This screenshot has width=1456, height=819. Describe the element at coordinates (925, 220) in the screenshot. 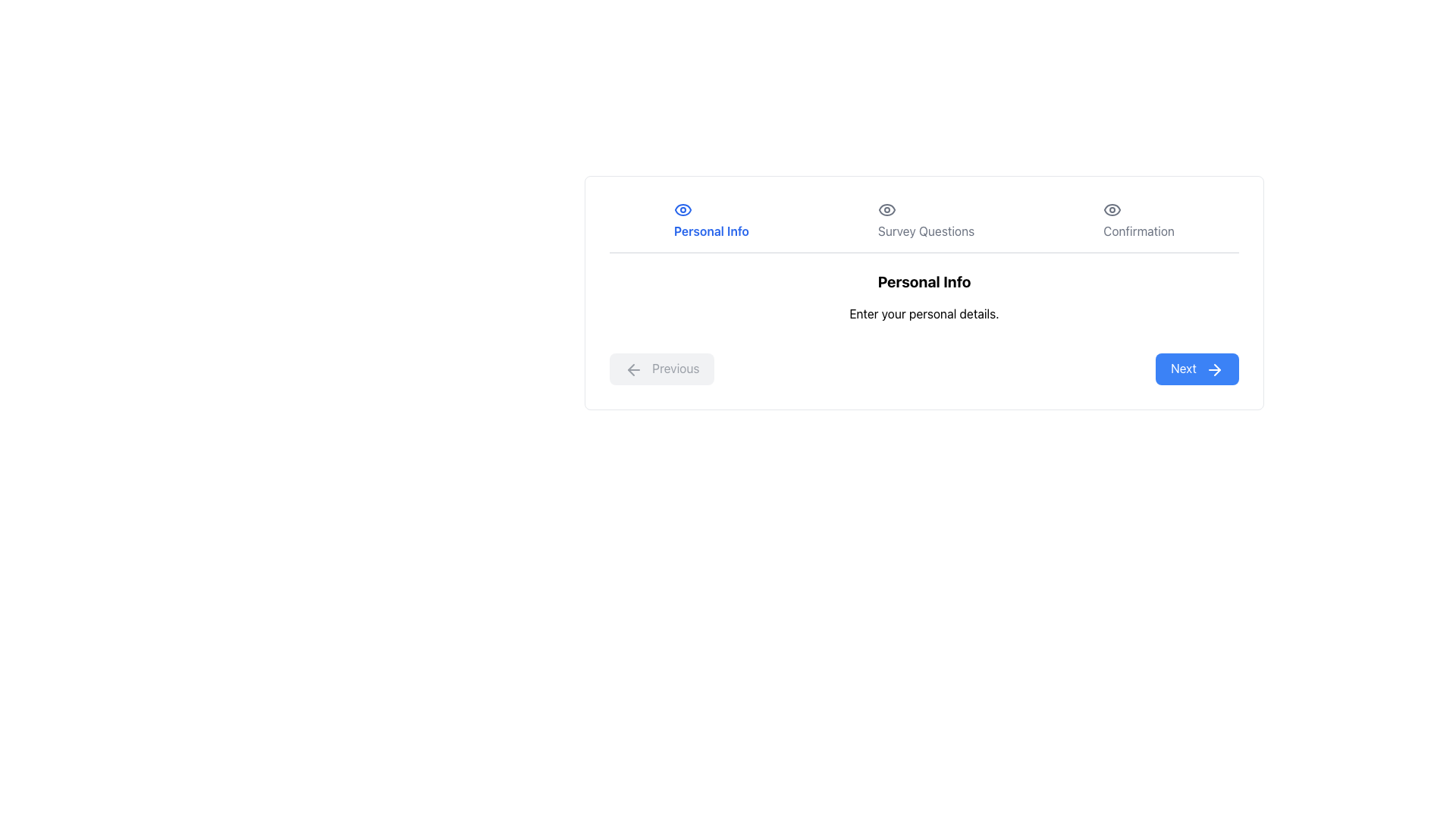

I see `the content of the text label 'Survey Questions' located in the center of the navigation bar, positioned between 'Personal Info' and 'Confirmation'` at that location.